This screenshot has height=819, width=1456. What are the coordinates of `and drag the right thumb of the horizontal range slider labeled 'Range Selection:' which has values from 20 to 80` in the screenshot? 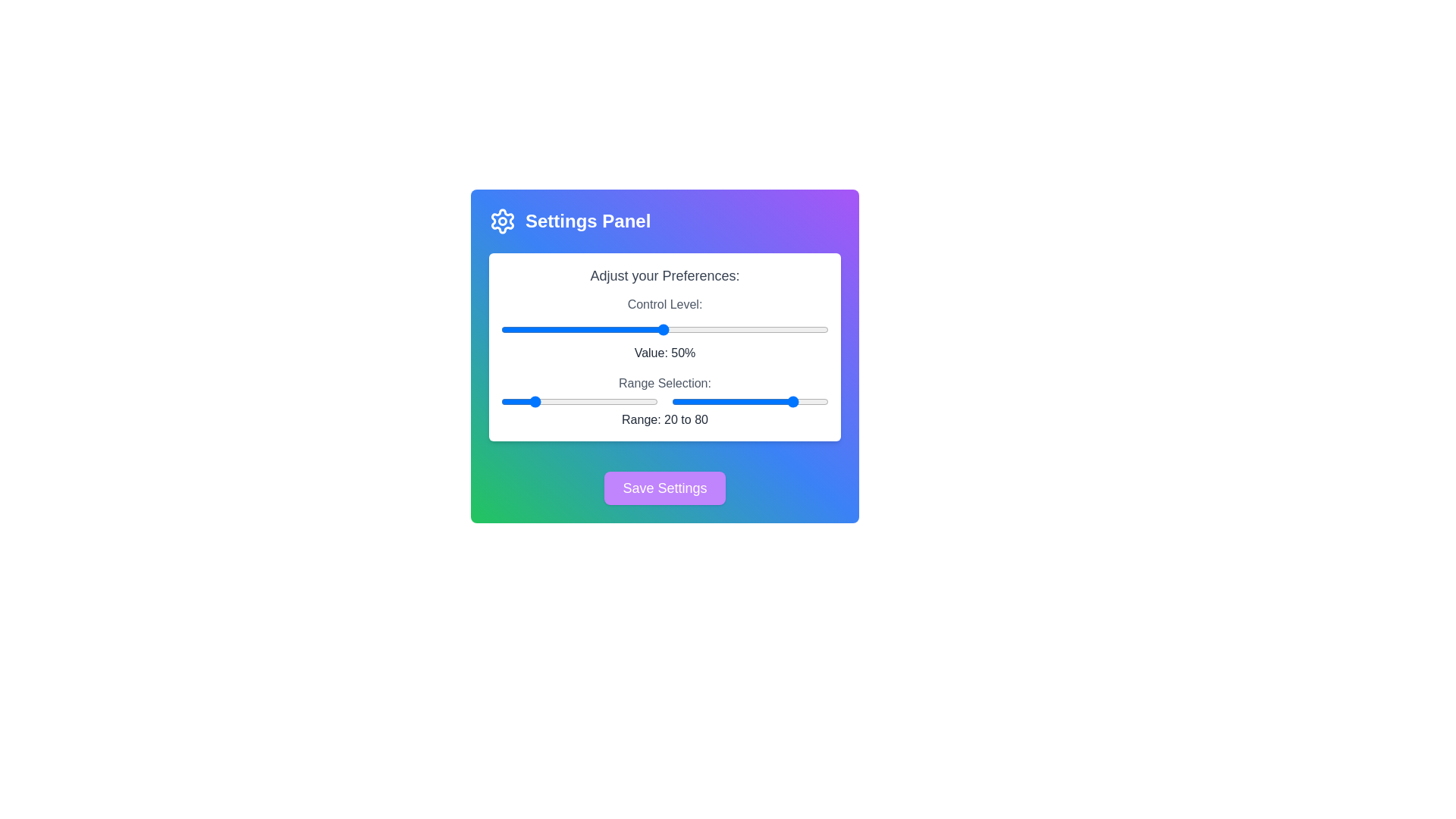 It's located at (665, 400).